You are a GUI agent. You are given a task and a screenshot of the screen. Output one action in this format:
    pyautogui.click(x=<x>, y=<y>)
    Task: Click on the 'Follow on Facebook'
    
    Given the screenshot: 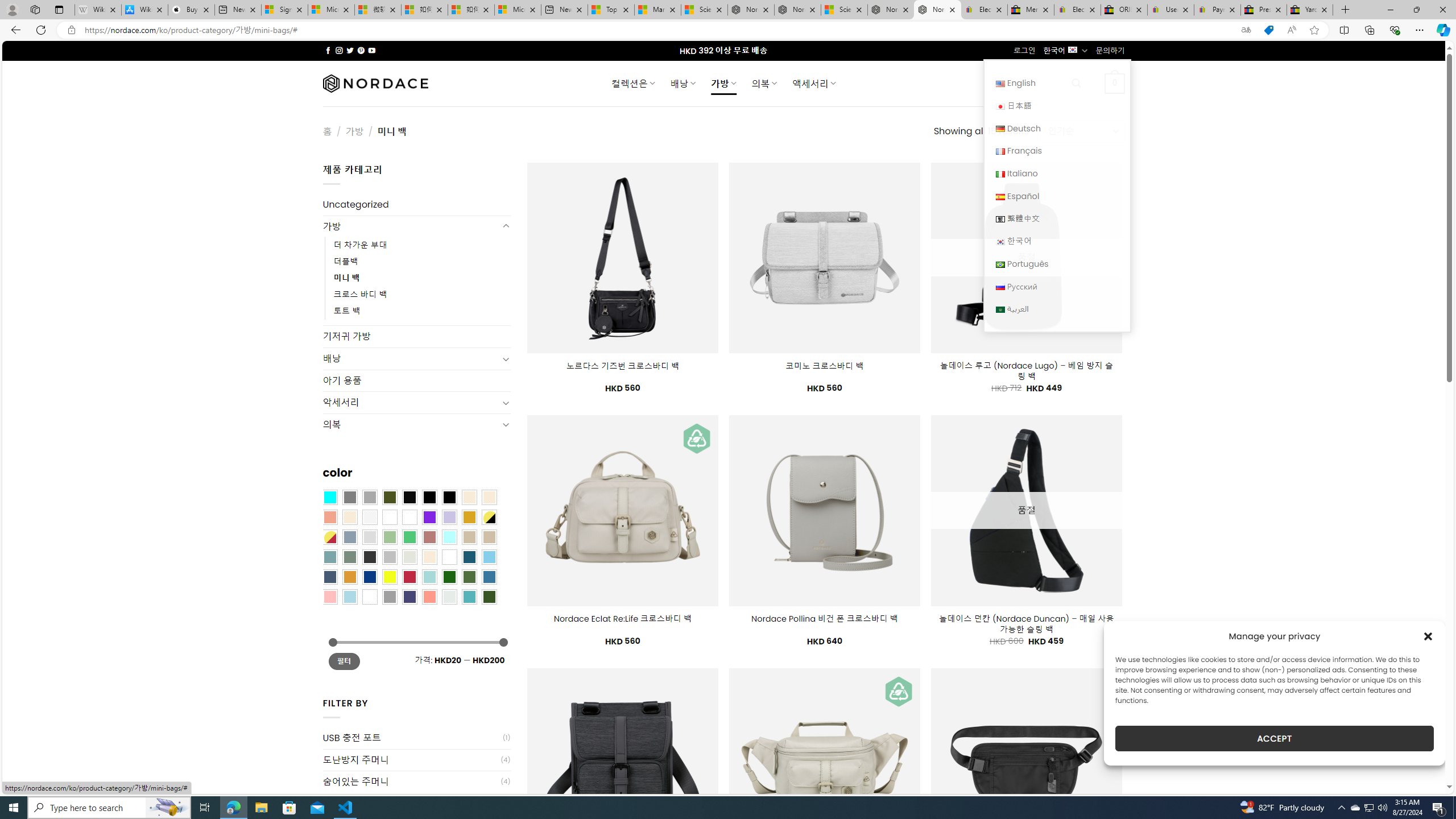 What is the action you would take?
    pyautogui.click(x=328, y=50)
    